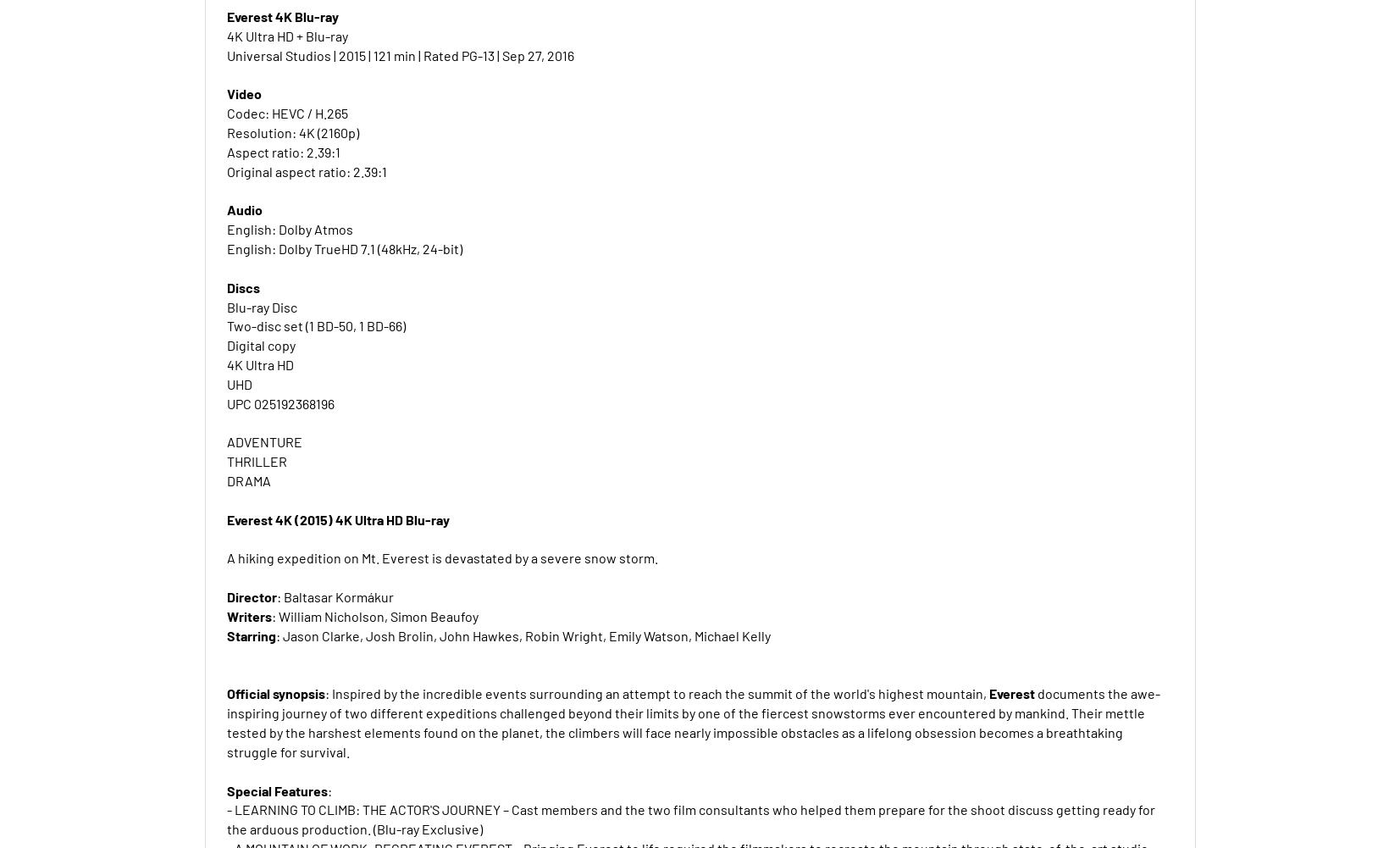 Image resolution: width=1400 pixels, height=848 pixels. I want to click on 'UPC 025192368196', so click(279, 402).